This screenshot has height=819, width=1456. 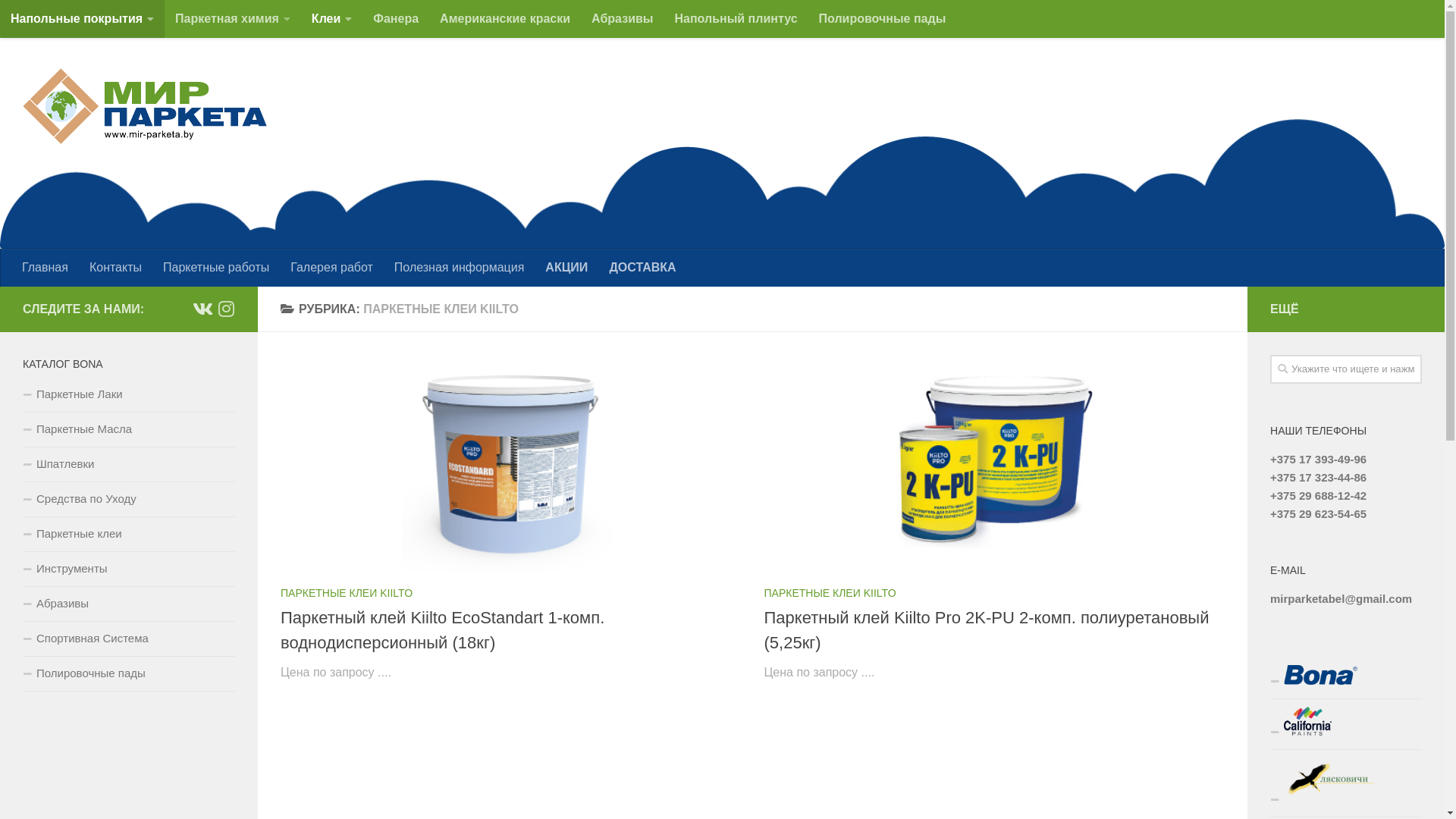 What do you see at coordinates (200, 308) in the screenshot?
I see `'vk.com'` at bounding box center [200, 308].